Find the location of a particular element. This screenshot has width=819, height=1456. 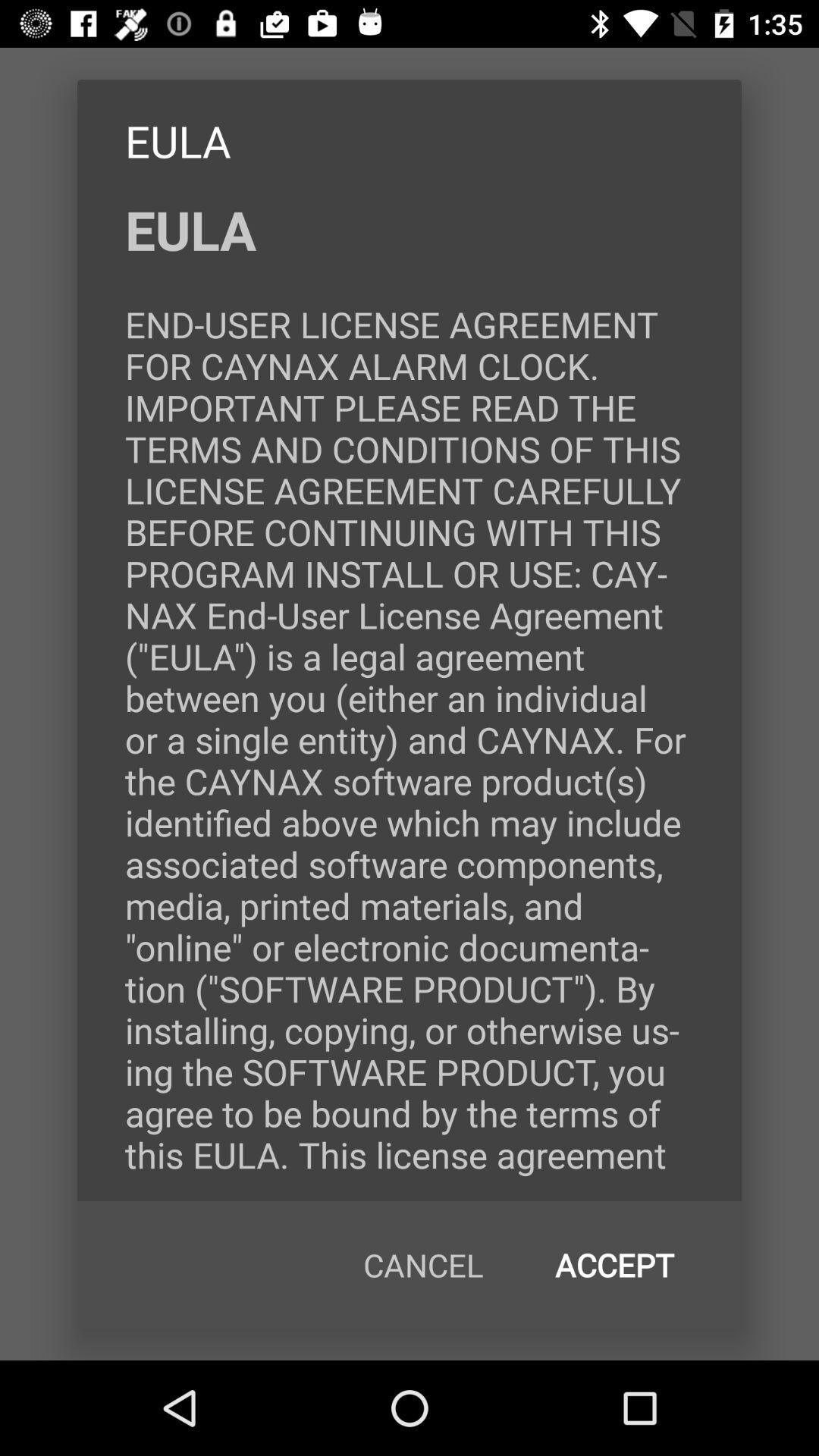

icon below eula end user icon is located at coordinates (423, 1265).